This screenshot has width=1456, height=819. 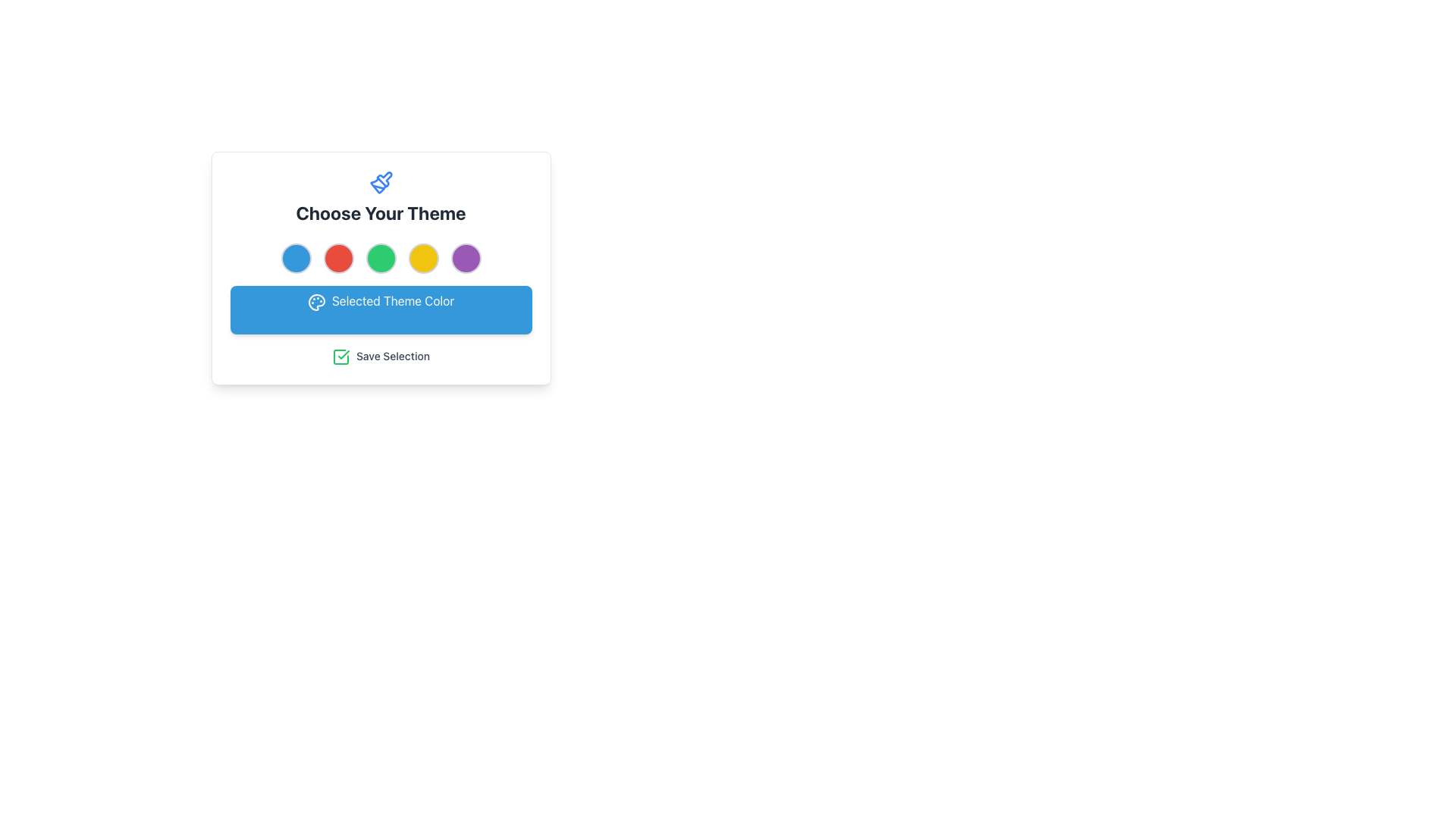 What do you see at coordinates (381, 257) in the screenshot?
I see `the third circular selection button with a green background` at bounding box center [381, 257].